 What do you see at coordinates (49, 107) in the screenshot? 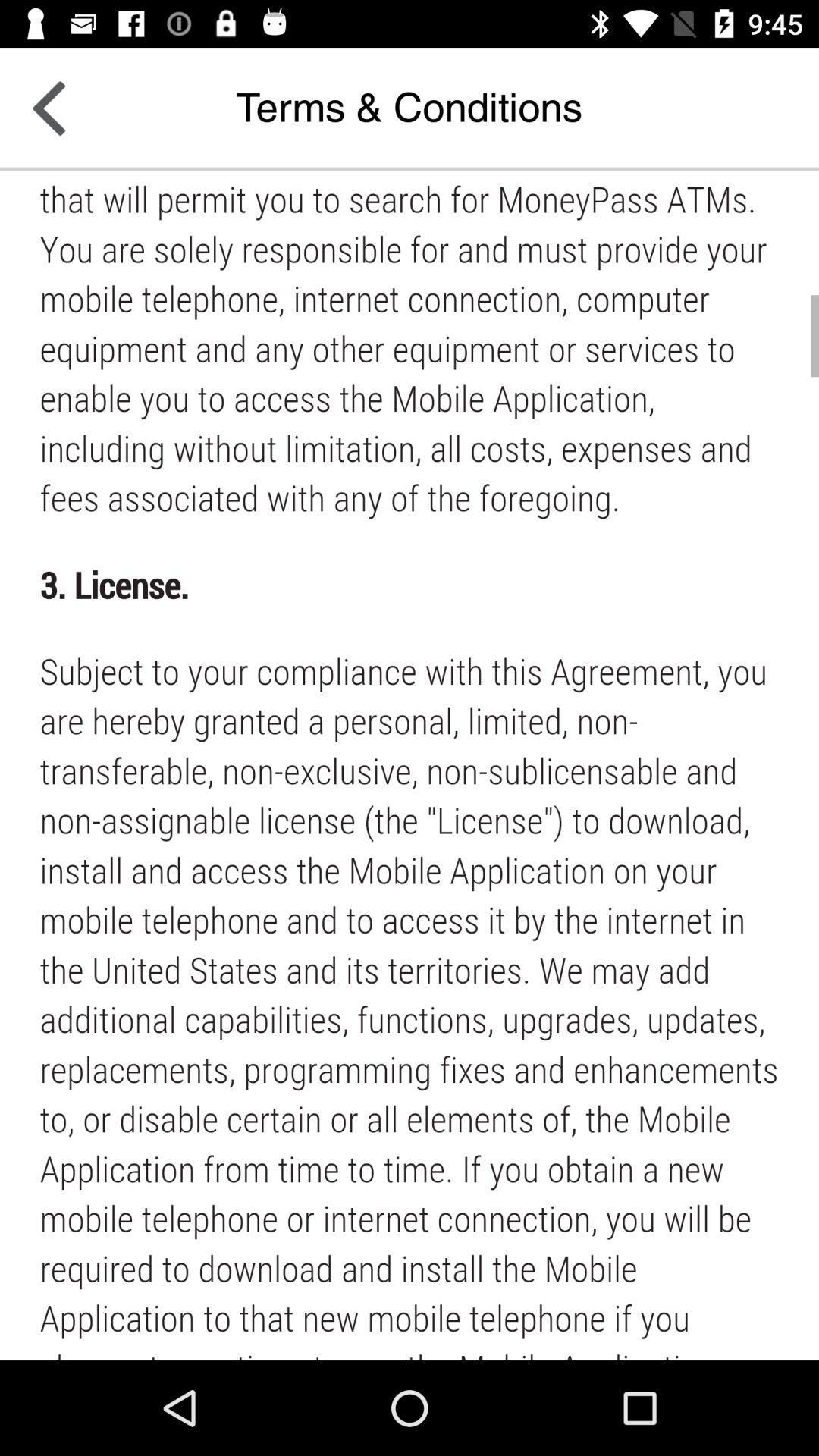
I see `the arrow_backward icon` at bounding box center [49, 107].